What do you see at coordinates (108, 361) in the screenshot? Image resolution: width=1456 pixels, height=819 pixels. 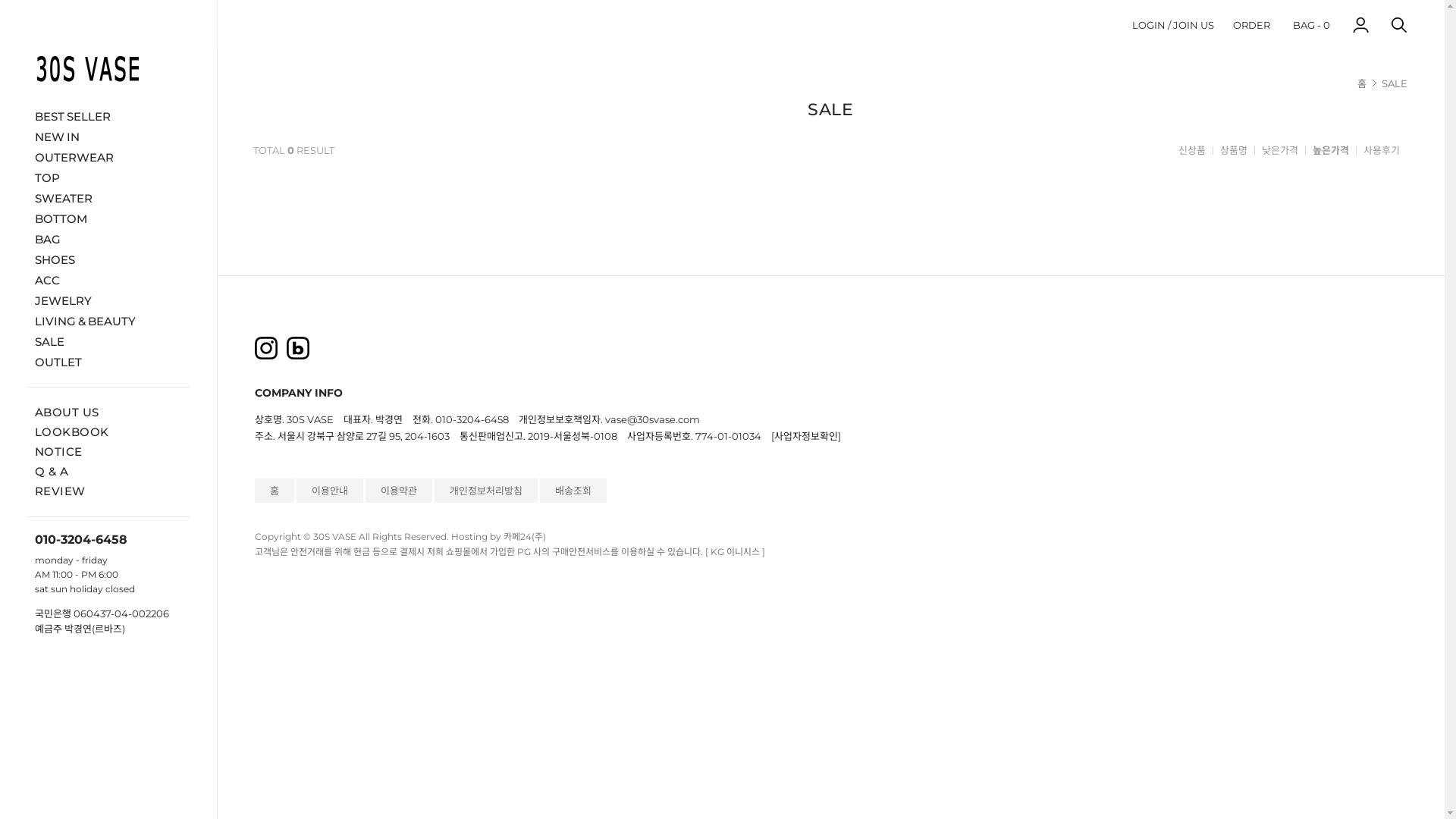 I see `'OUTLET'` at bounding box center [108, 361].